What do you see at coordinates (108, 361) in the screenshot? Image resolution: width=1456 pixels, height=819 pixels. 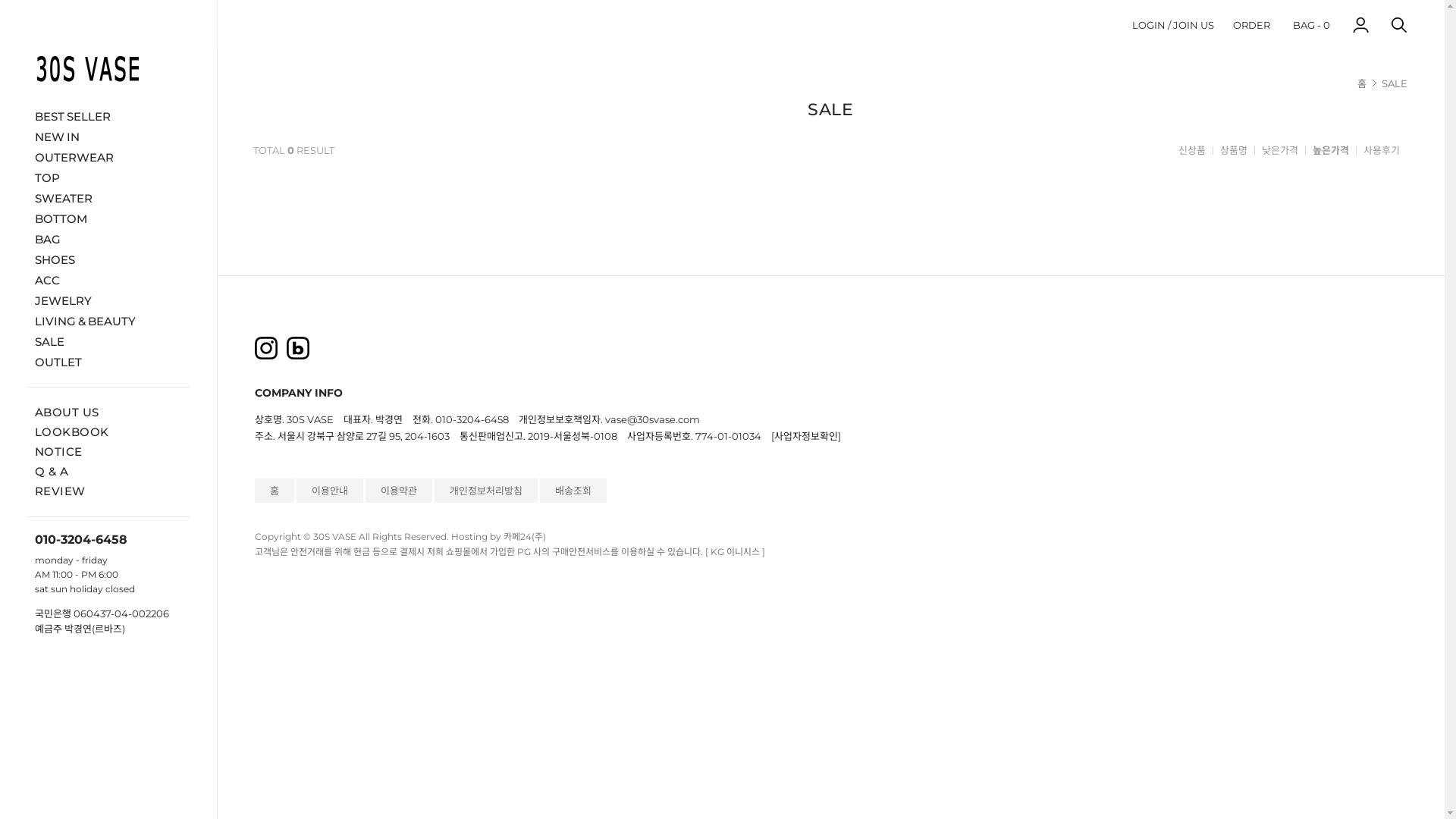 I see `'OUTLET'` at bounding box center [108, 361].